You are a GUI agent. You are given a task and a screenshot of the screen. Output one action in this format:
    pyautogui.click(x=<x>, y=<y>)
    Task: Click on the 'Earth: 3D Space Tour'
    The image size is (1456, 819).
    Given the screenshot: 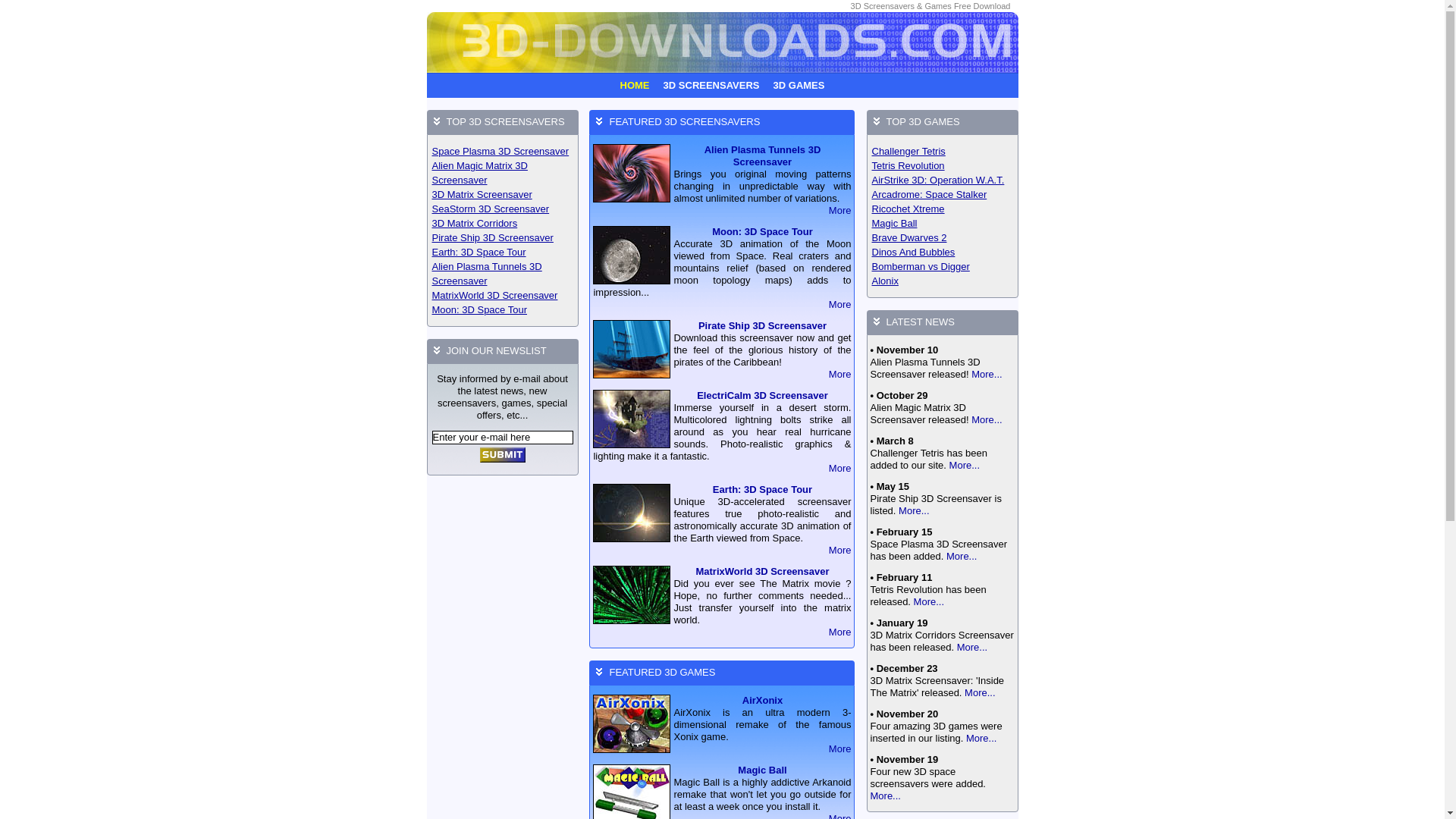 What is the action you would take?
    pyautogui.click(x=503, y=251)
    